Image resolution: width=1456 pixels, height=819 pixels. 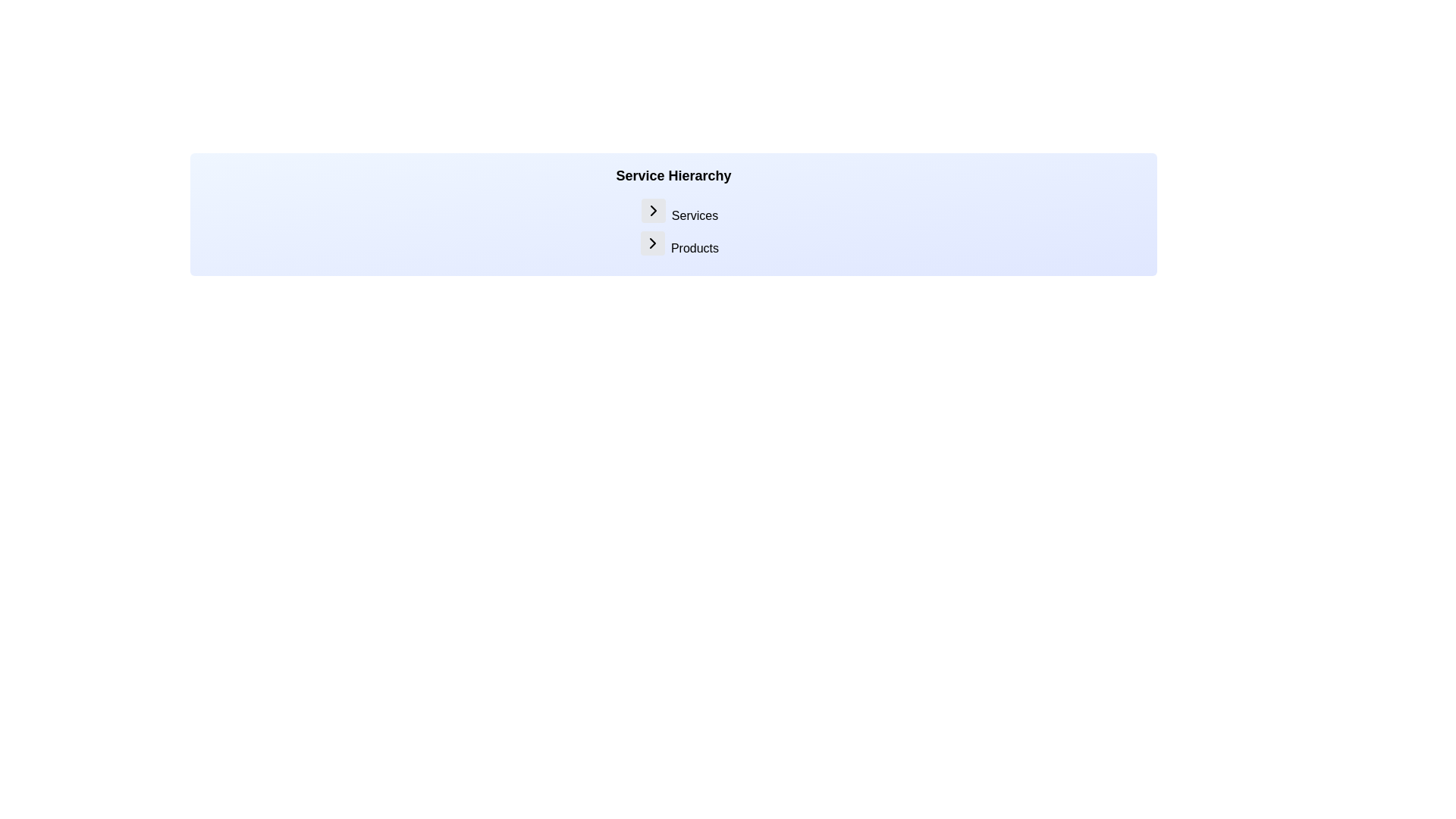 What do you see at coordinates (652, 242) in the screenshot?
I see `the right-facing Chevron icon located to the left of the 'Products' text` at bounding box center [652, 242].